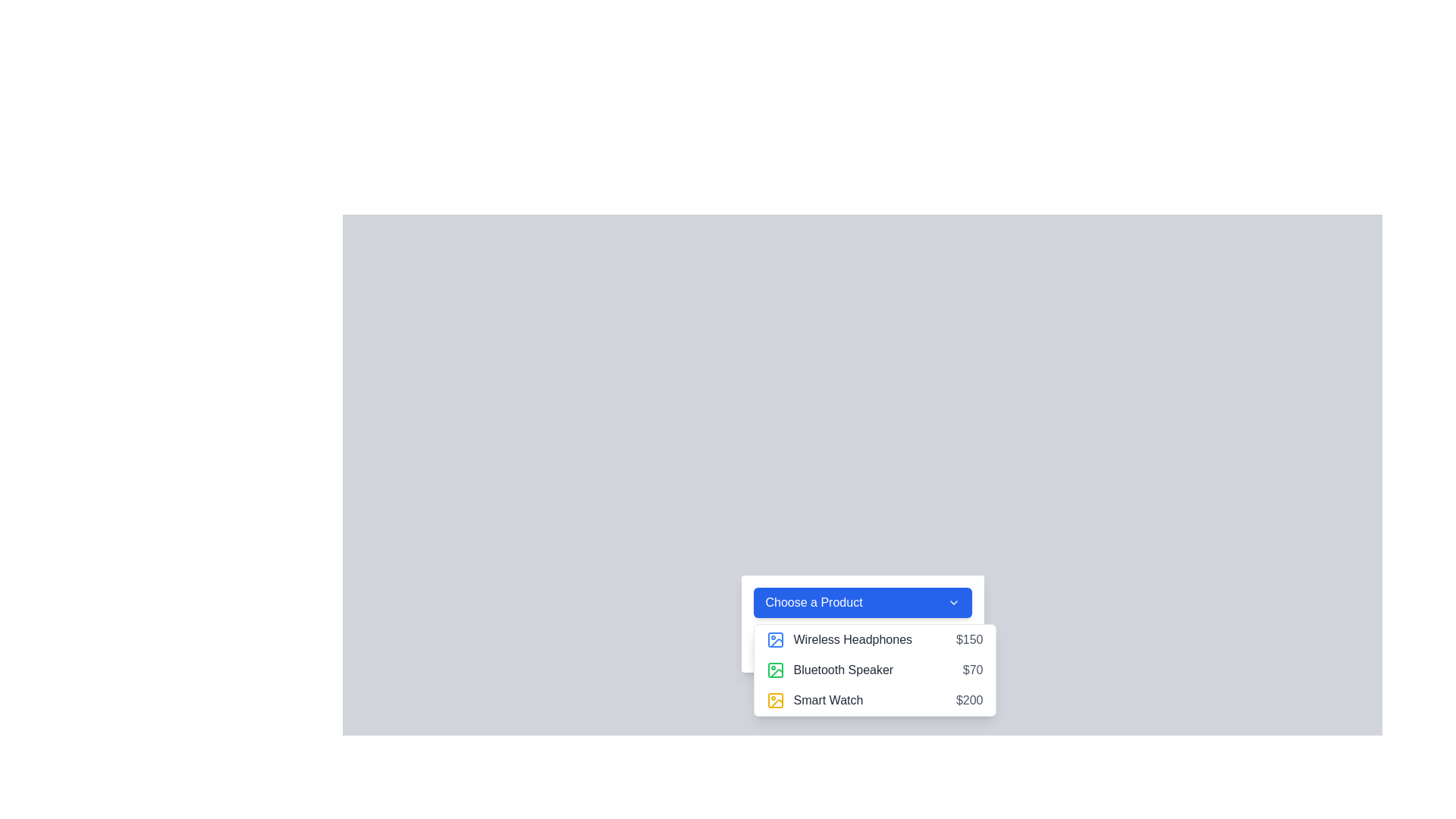 This screenshot has height=819, width=1456. Describe the element at coordinates (968, 701) in the screenshot. I see `the Text Label displaying the price '$200' of the 'Smart Watch' product entry, which is positioned in the rightmost portion of the layout` at that location.